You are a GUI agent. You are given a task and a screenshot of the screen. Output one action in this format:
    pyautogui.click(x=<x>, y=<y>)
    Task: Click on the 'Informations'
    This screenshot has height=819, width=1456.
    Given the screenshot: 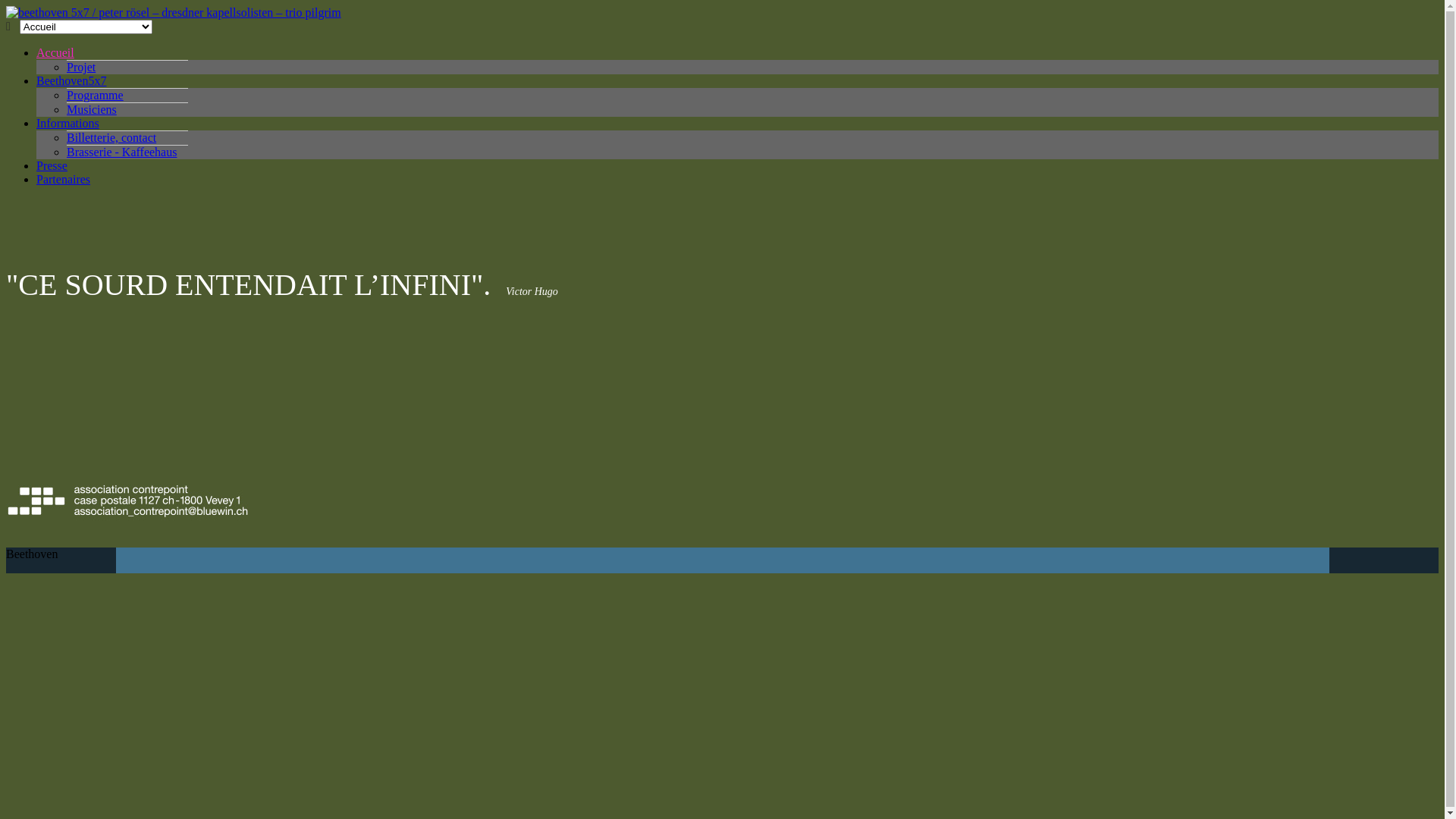 What is the action you would take?
    pyautogui.click(x=67, y=122)
    